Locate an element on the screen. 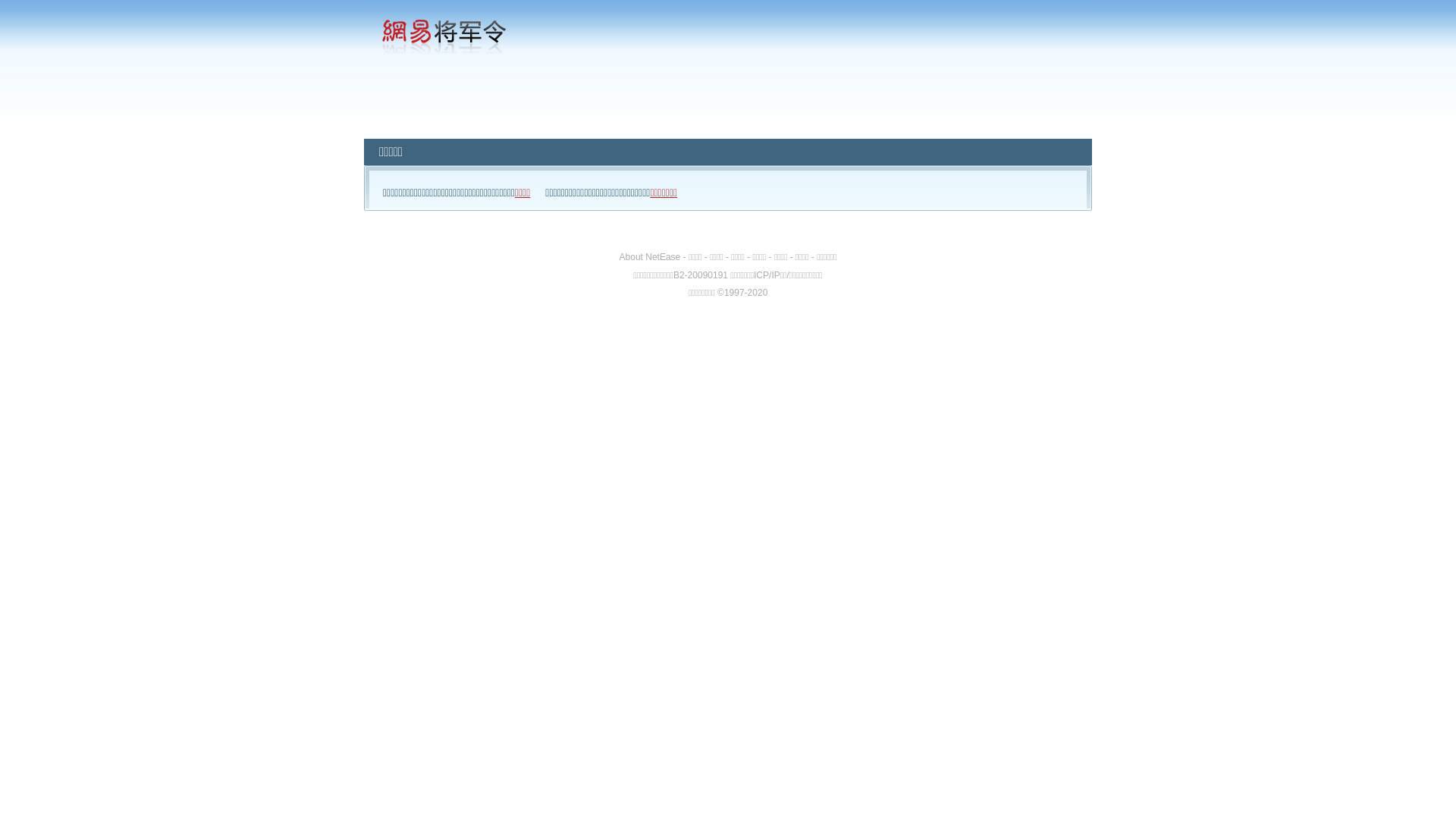  'About NetEase' is located at coordinates (619, 256).